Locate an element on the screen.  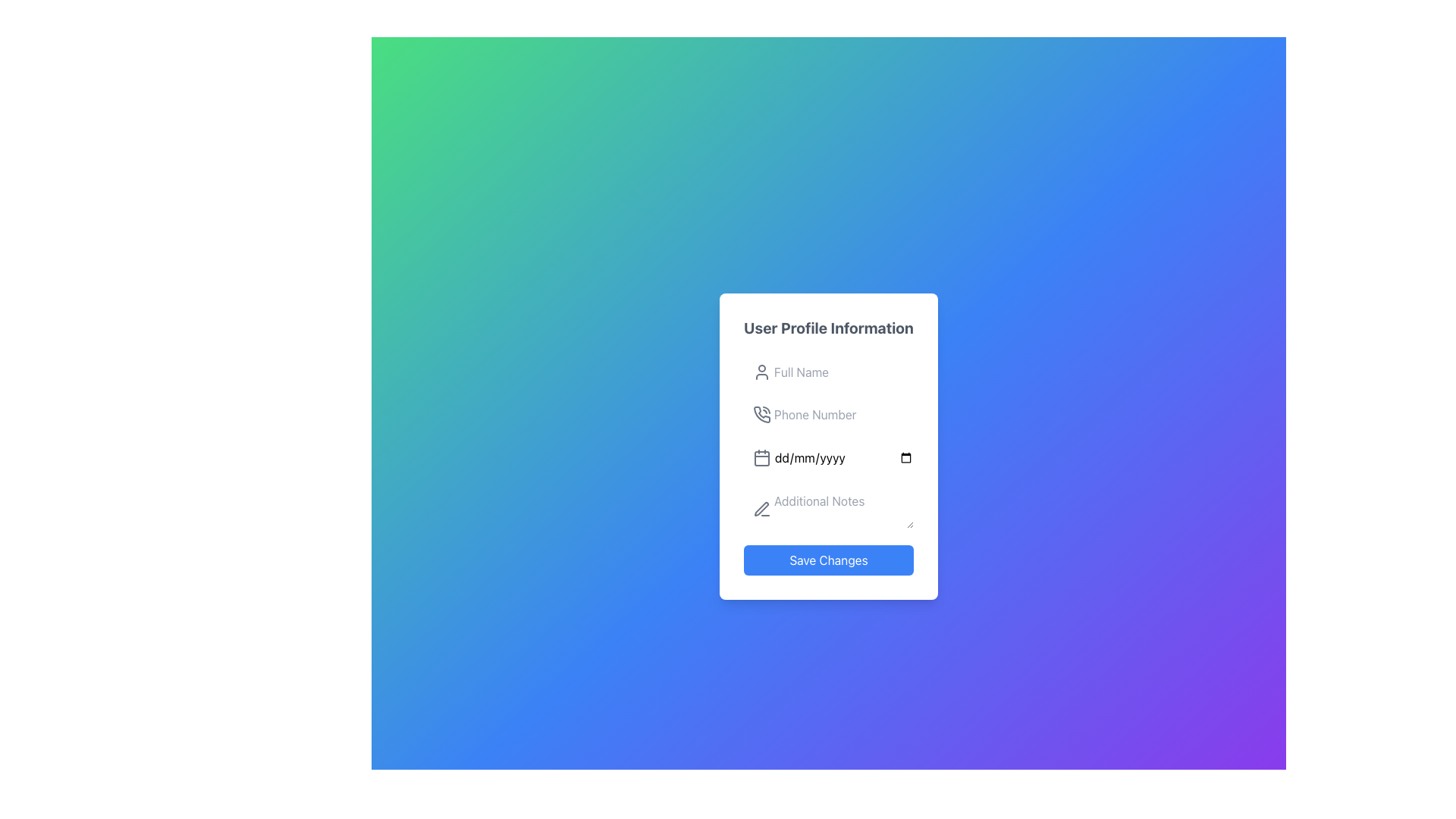
the confirmation button located at the bottom of the form, directly below the 'Additional Notes' input field is located at coordinates (828, 560).